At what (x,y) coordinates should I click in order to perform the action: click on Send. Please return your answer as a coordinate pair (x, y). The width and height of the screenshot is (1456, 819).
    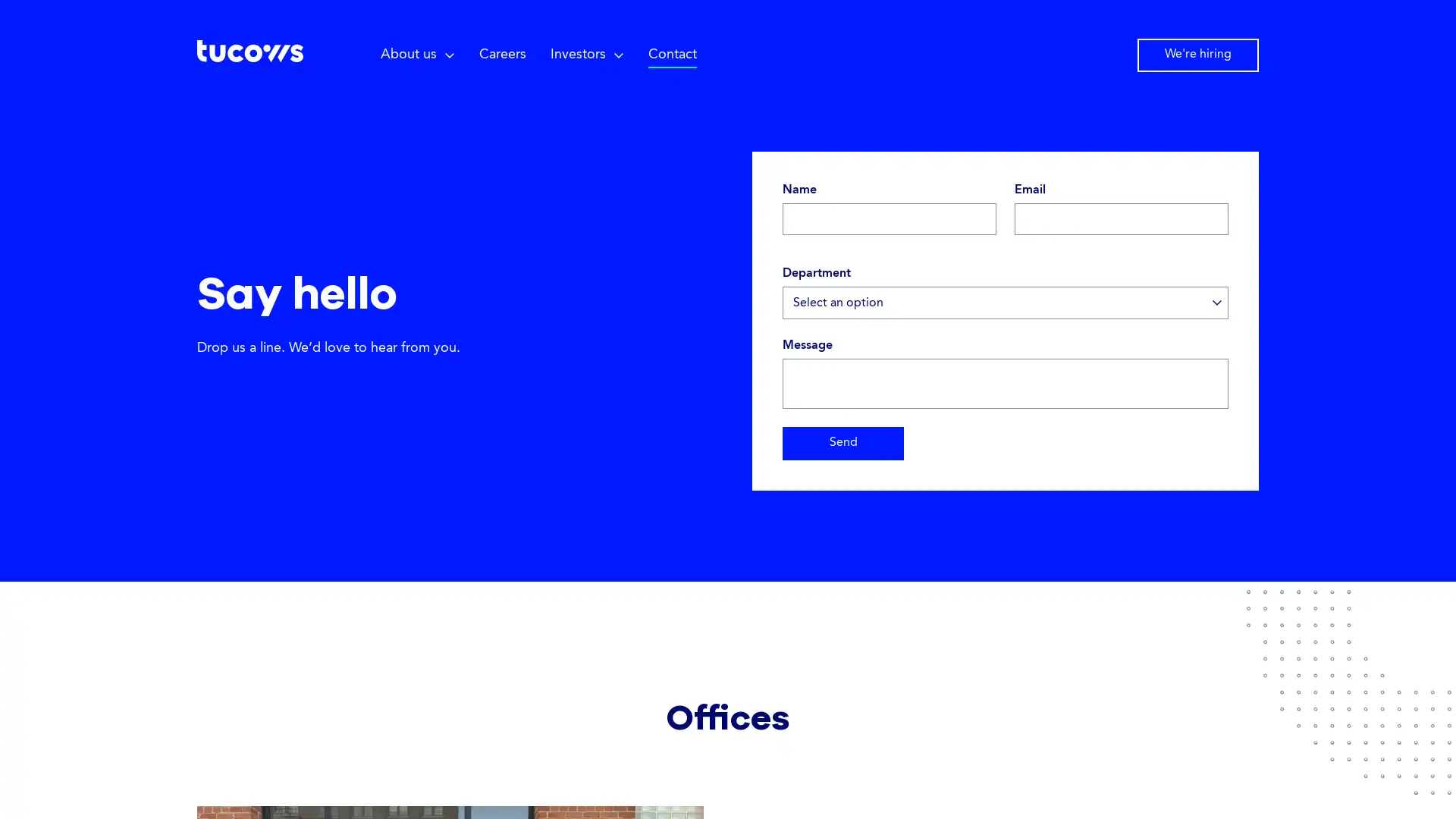
    Looking at the image, I should click on (843, 444).